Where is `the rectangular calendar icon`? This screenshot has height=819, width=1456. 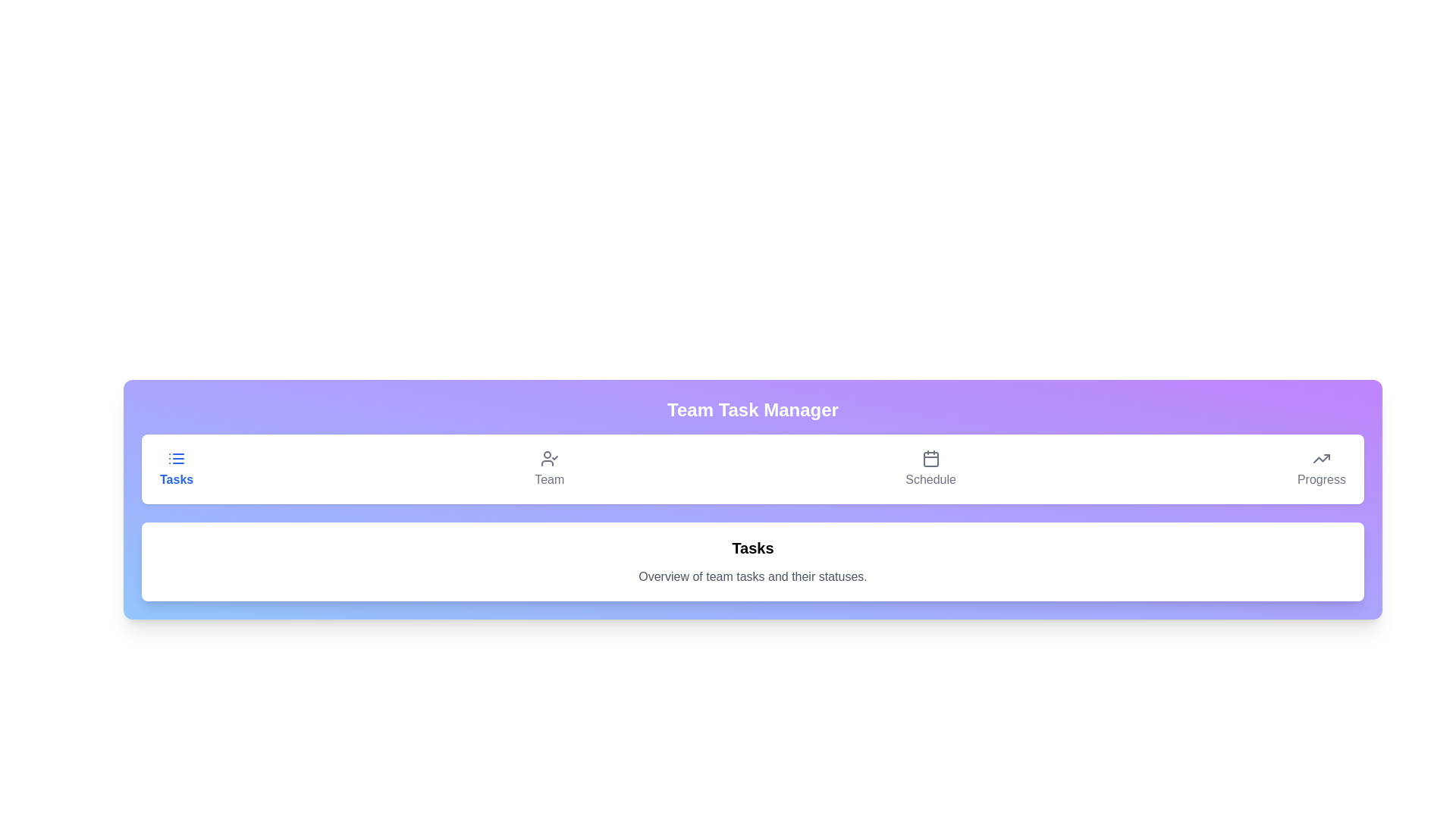
the rectangular calendar icon is located at coordinates (930, 458).